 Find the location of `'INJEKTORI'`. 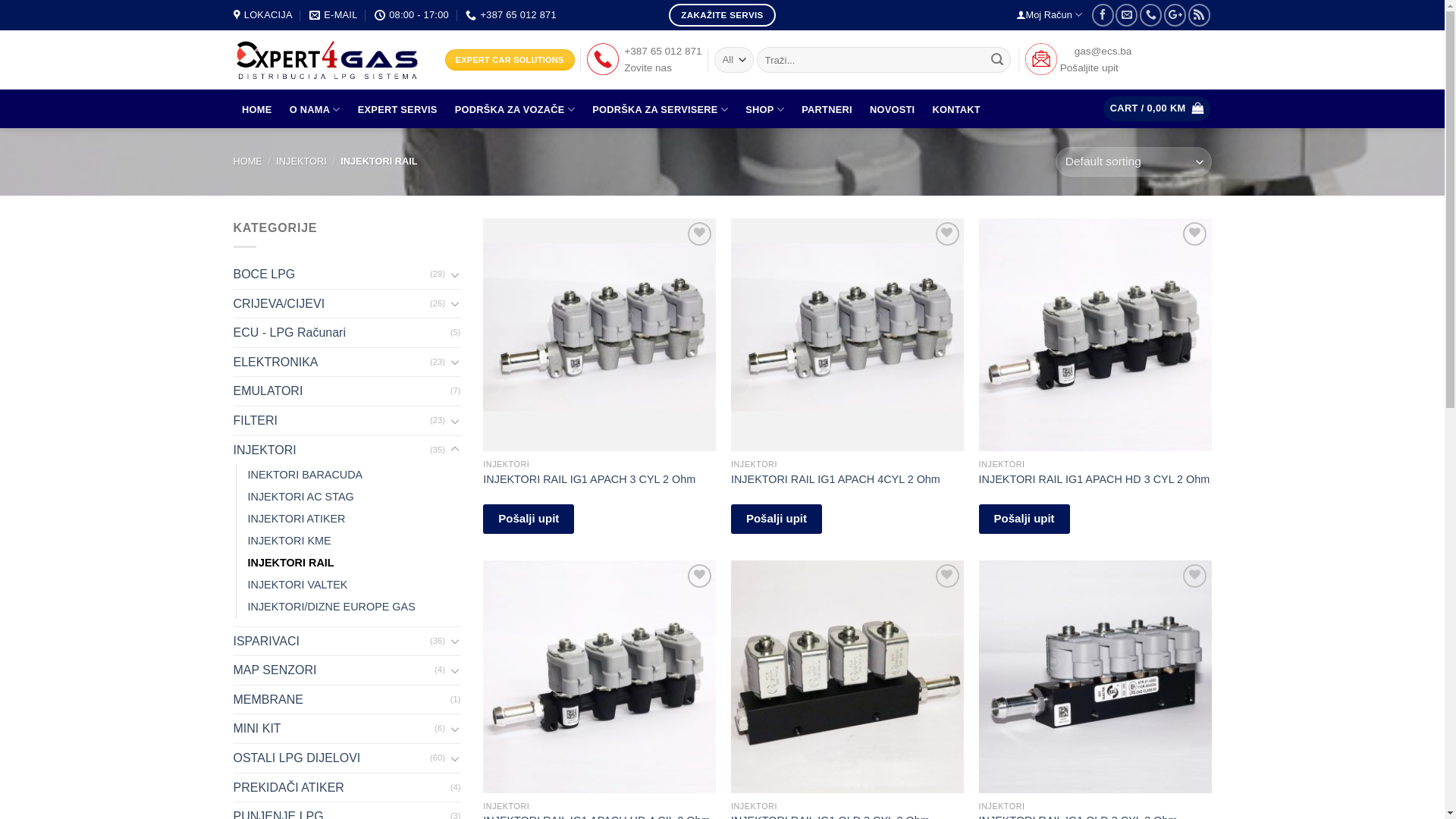

'INJEKTORI' is located at coordinates (232, 450).